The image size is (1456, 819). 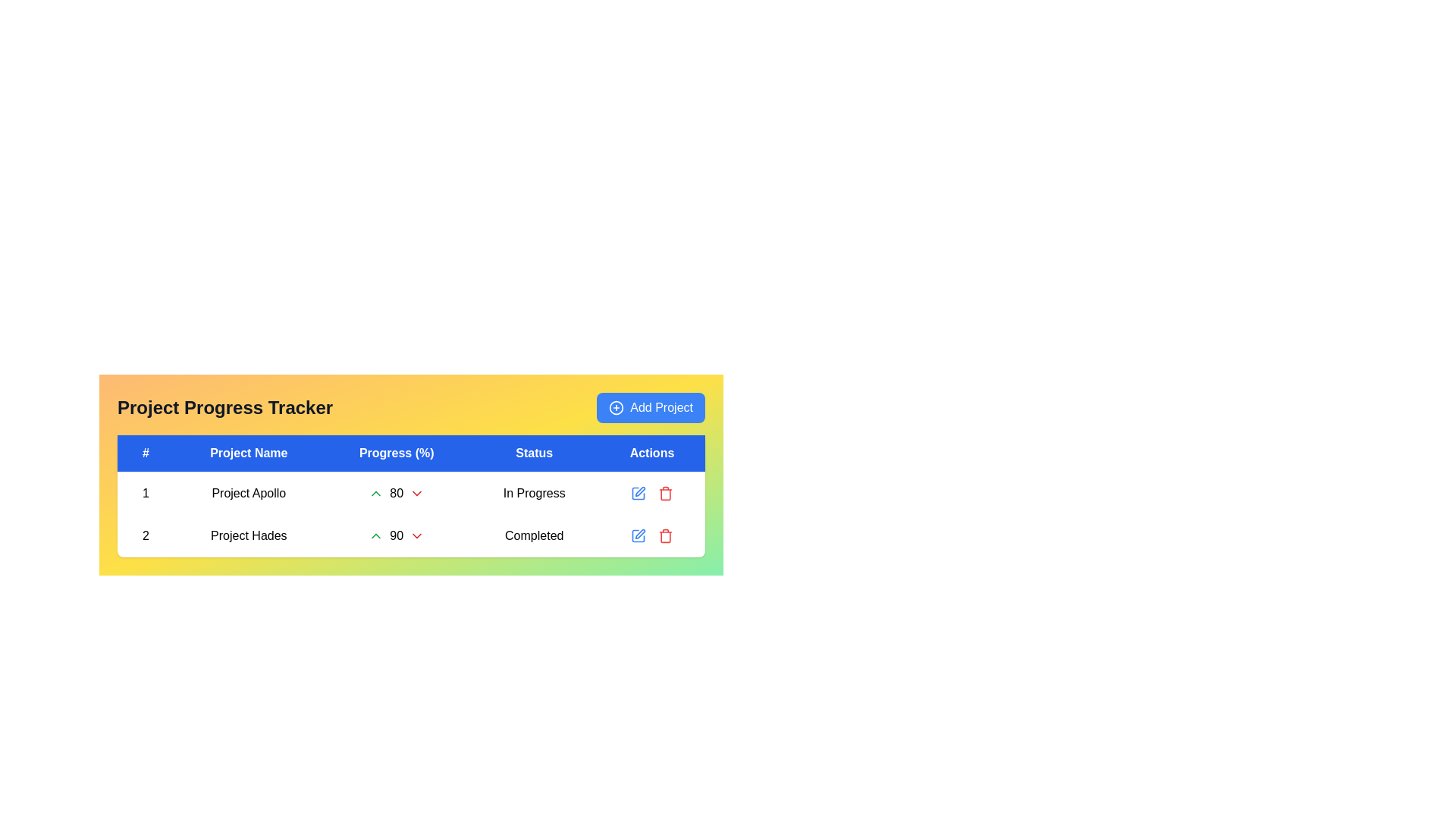 I want to click on the blue-colored icon styled as a square-edged pen or edit symbol in the 'Actions' column for the second row of the table under 'Project Hades', so click(x=638, y=494).